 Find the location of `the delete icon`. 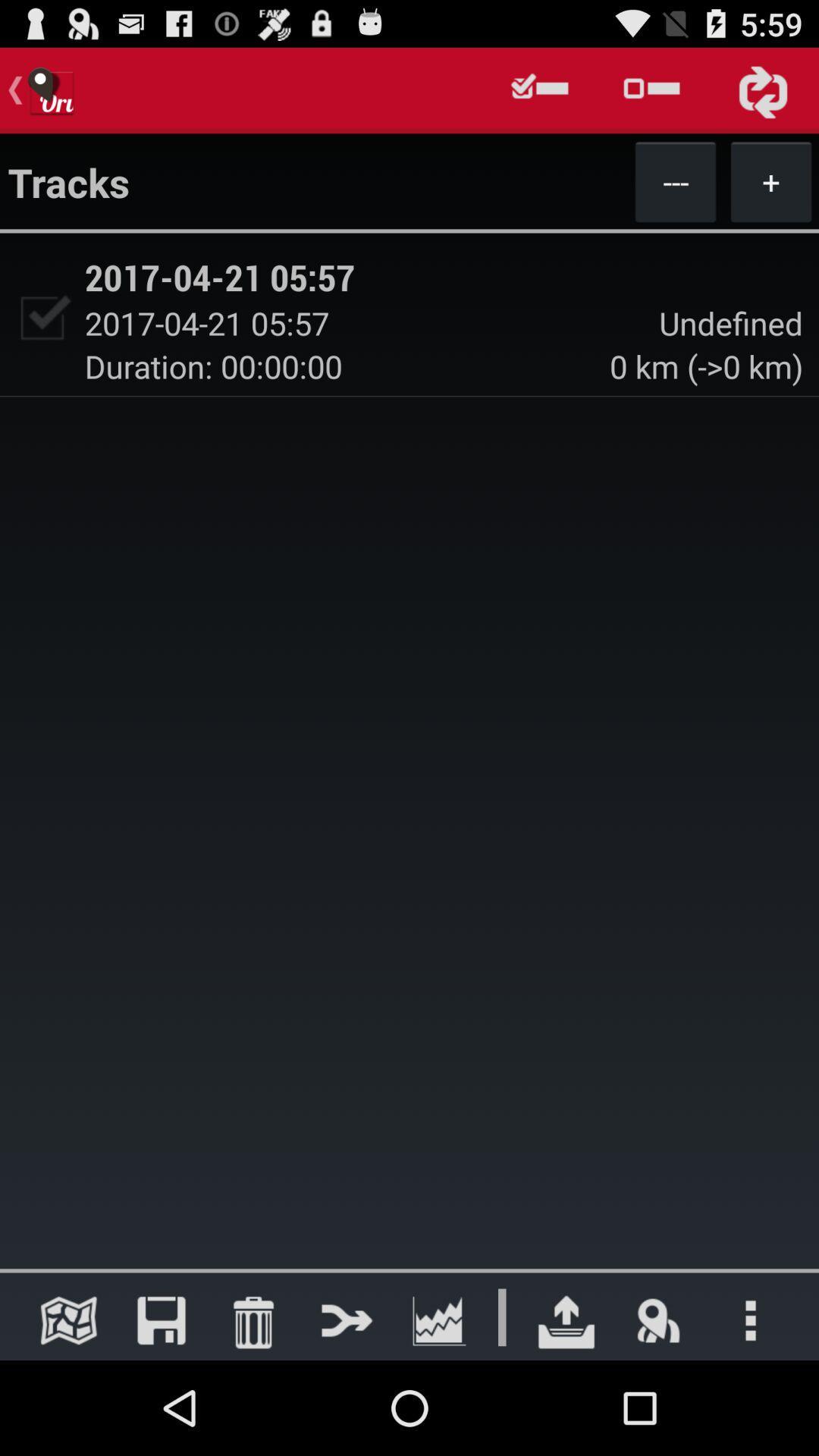

the delete icon is located at coordinates (253, 1412).